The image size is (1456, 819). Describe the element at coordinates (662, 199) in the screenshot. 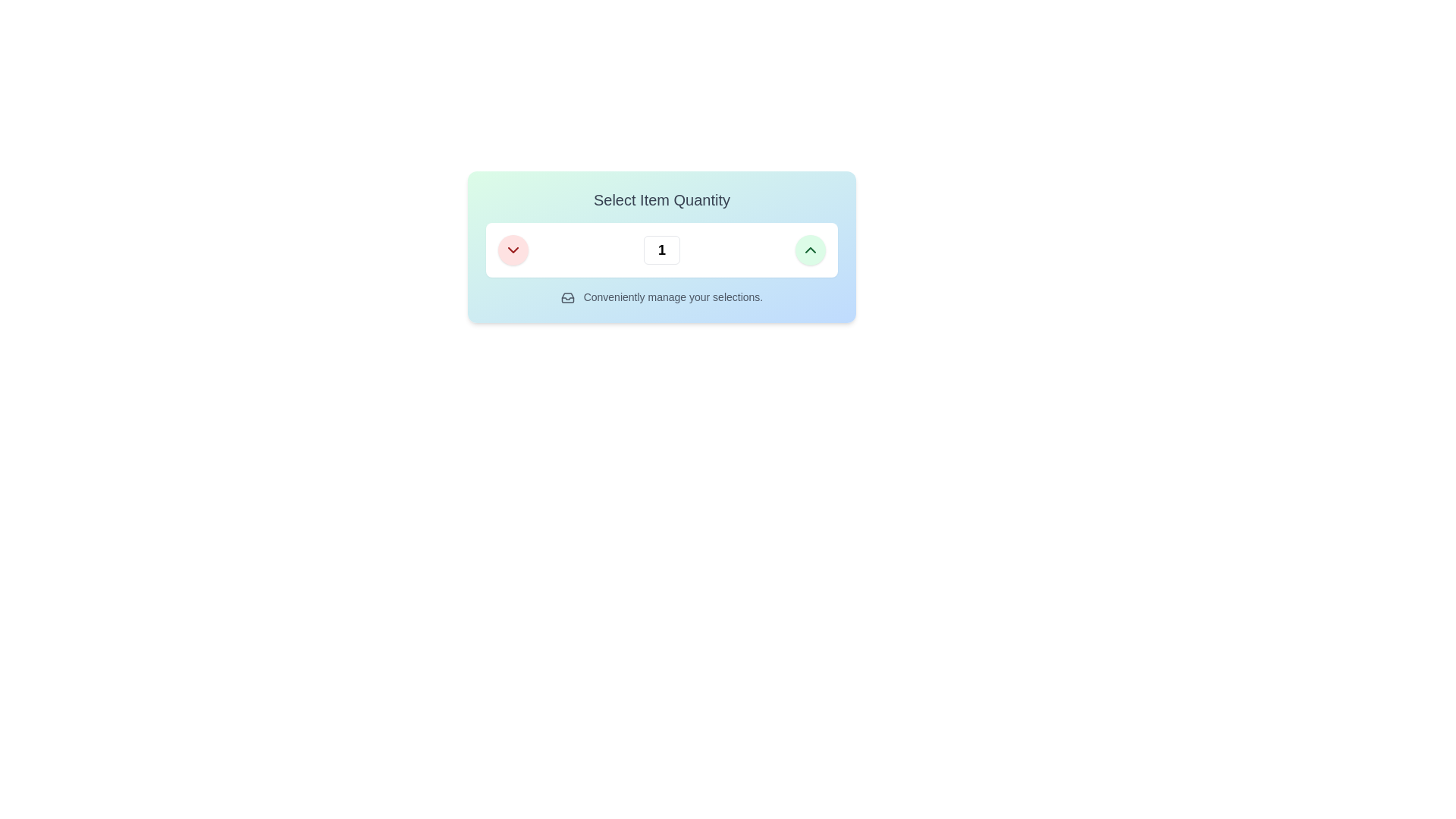

I see `text from the label that indicates the quantity selection for the item, located at the upper section of the card-like layout, above the quantity selector and subtitle` at that location.